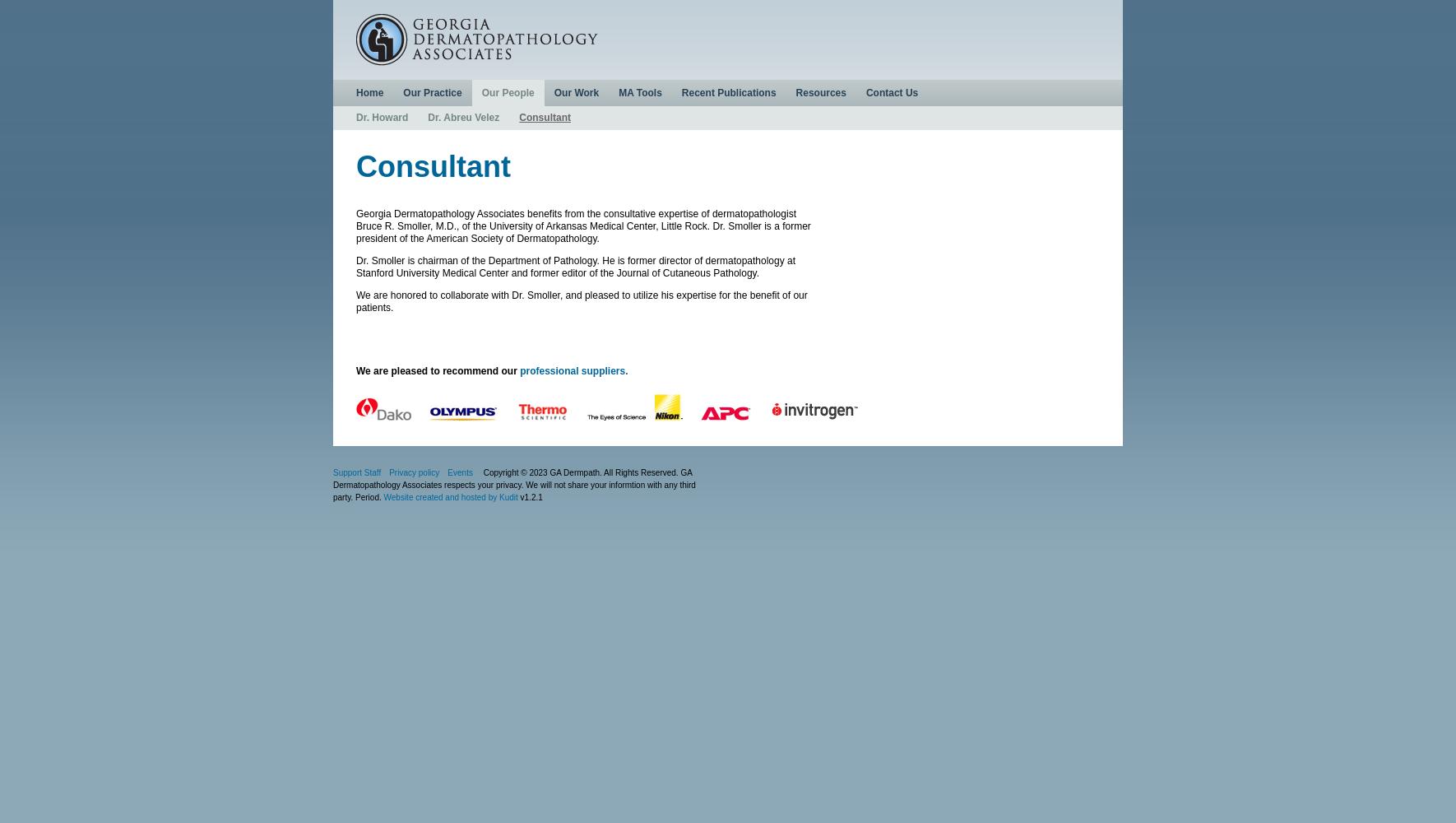  Describe the element at coordinates (530, 496) in the screenshot. I see `'v1.2.1'` at that location.